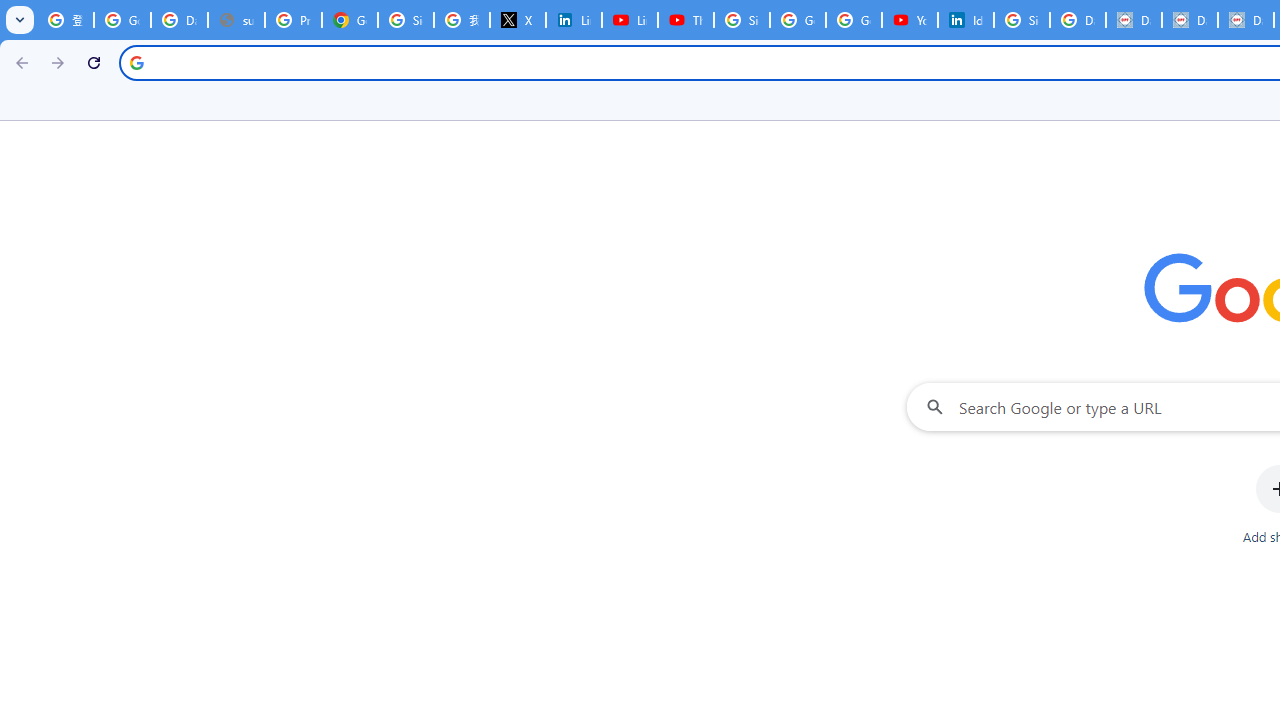 This screenshot has height=720, width=1280. I want to click on 'LinkedIn Privacy Policy', so click(573, 20).